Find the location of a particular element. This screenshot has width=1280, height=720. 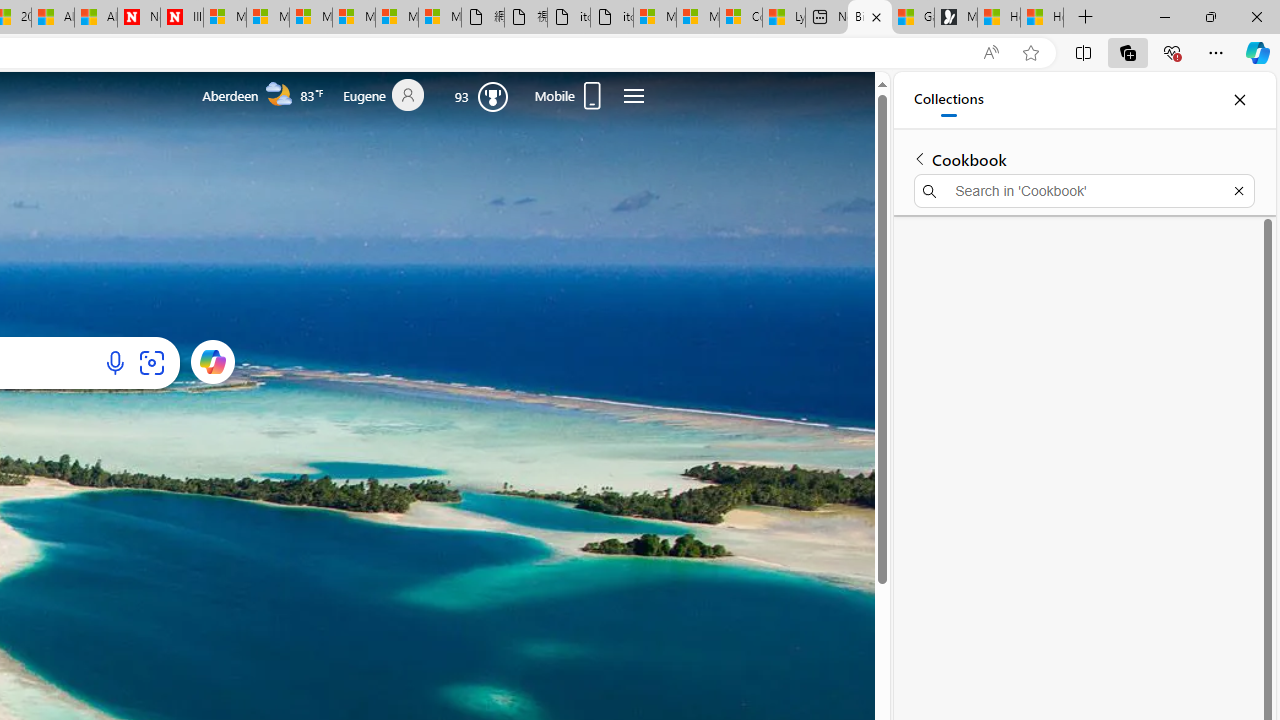

'Search using voice' is located at coordinates (114, 362).